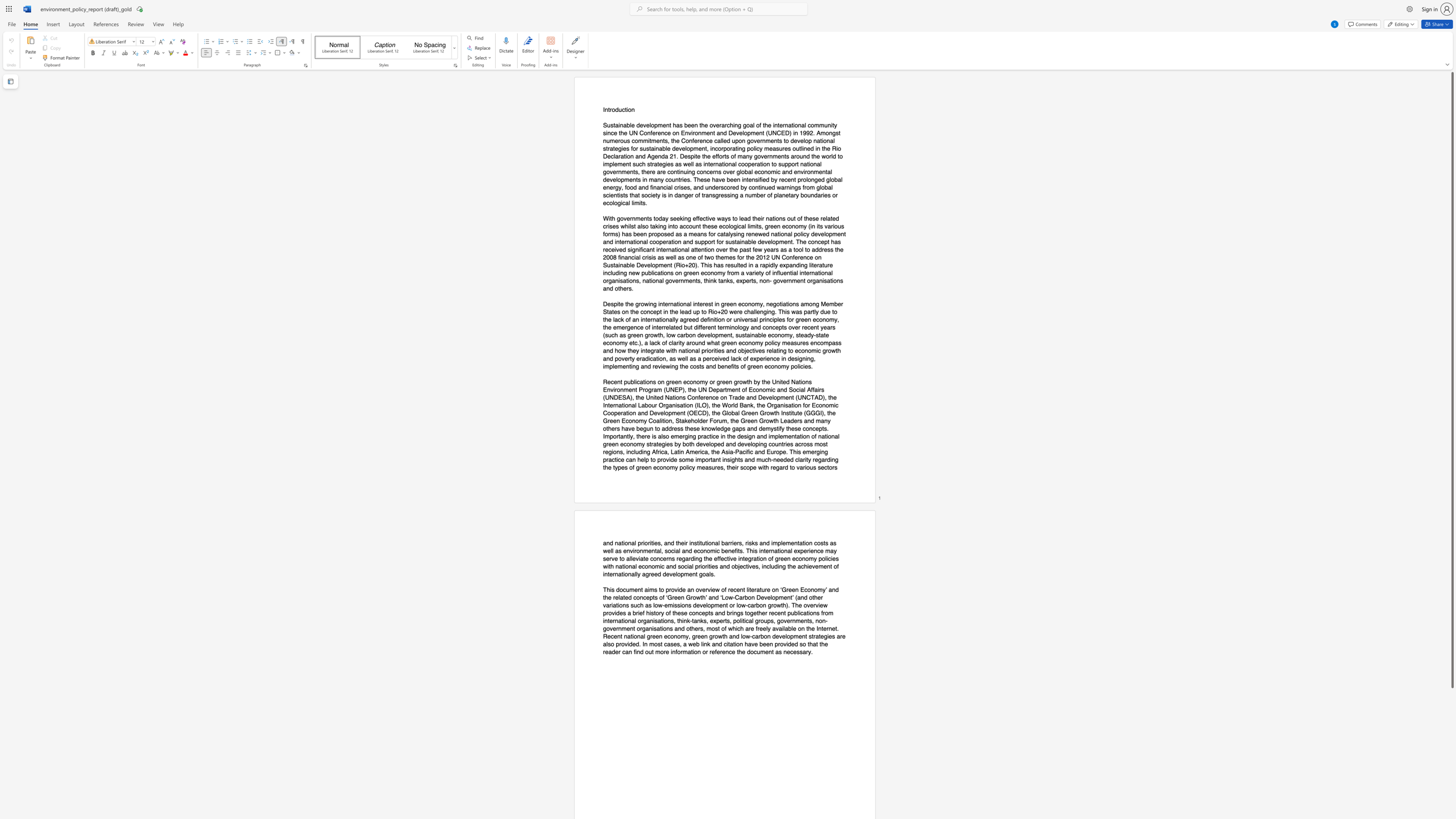  Describe the element at coordinates (1451, 746) in the screenshot. I see `the scrollbar on the right to shift the page lower` at that location.